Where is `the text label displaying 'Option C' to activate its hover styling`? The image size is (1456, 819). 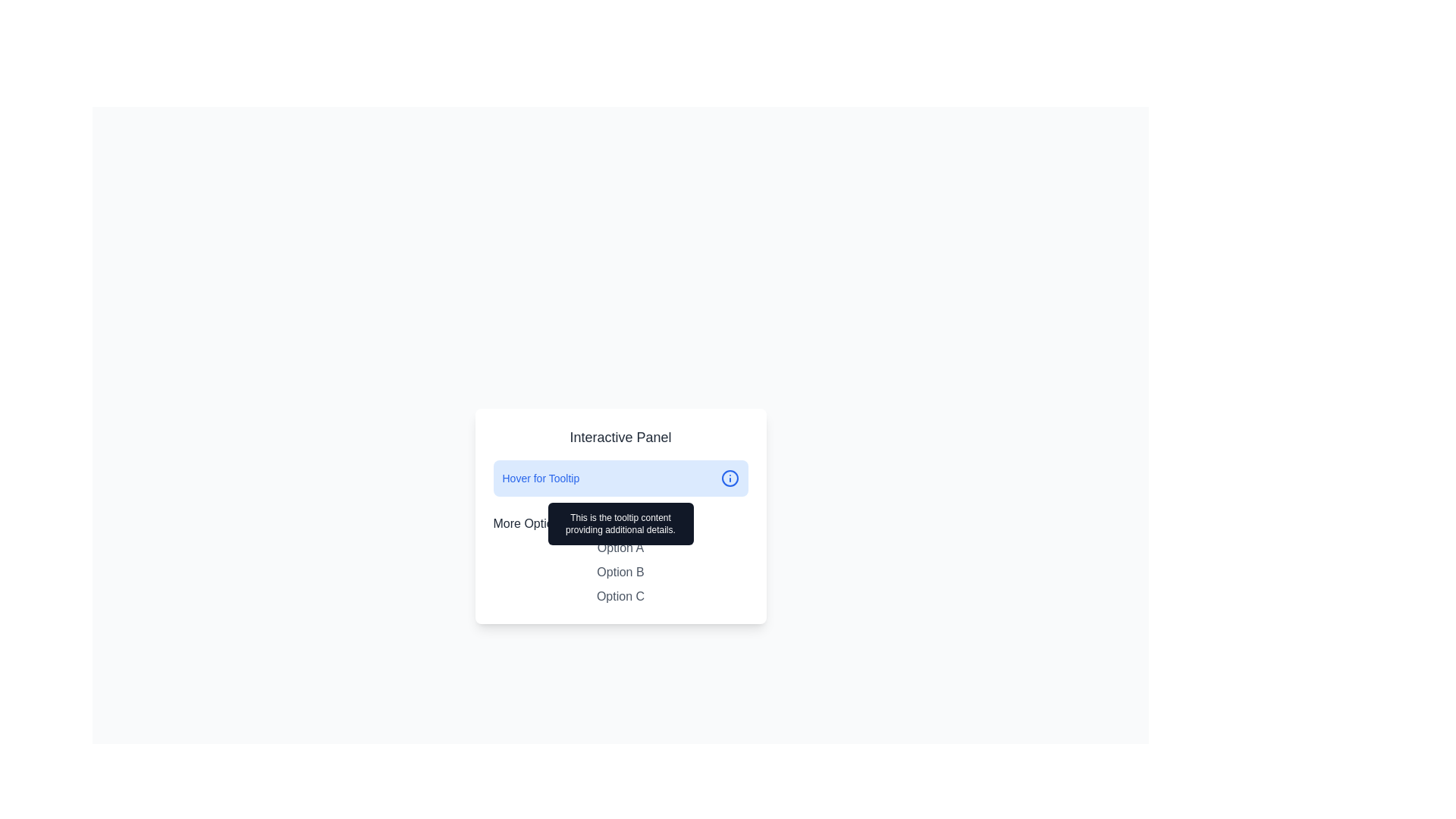
the text label displaying 'Option C' to activate its hover styling is located at coordinates (620, 595).